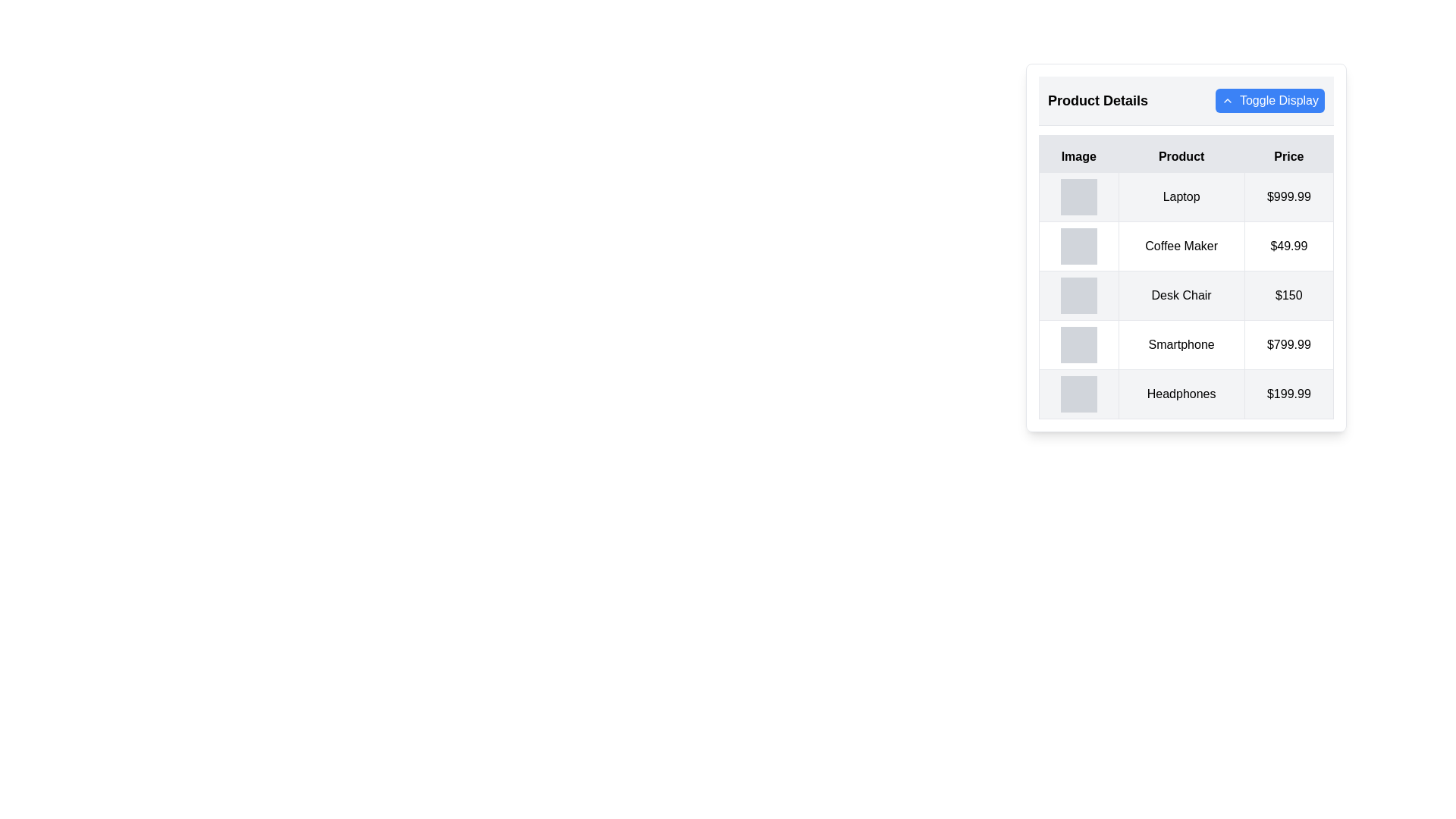 The height and width of the screenshot is (819, 1456). Describe the element at coordinates (1288, 154) in the screenshot. I see `the Table Header Cell for the 'Price' column, which is the third header in the tabular layout` at that location.